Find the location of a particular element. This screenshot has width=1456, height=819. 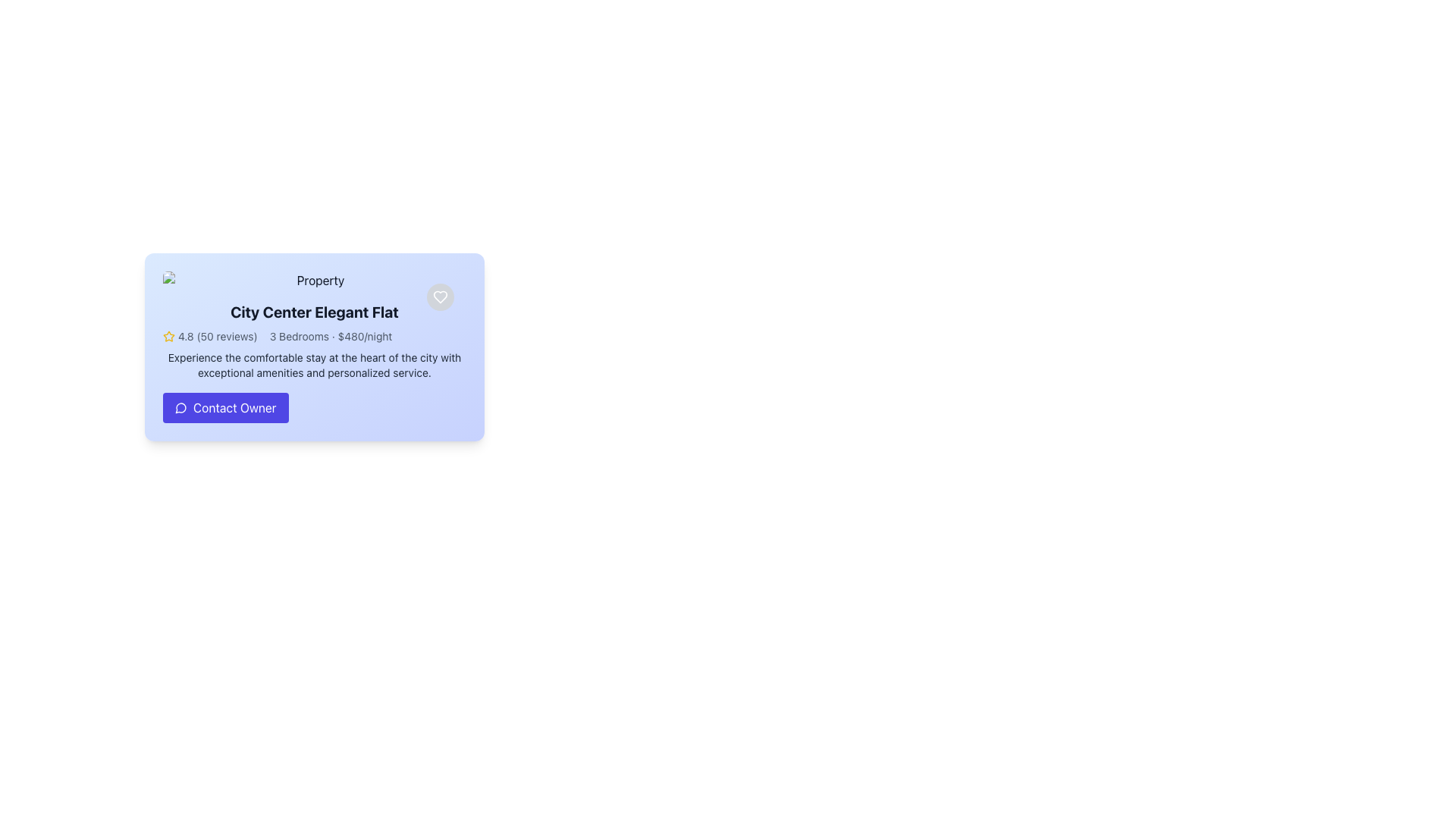

the circular speech bubble icon outlined in white, which is located to the left of the 'Contact Owner' button, positioned near the bottom of the property information card is located at coordinates (181, 406).